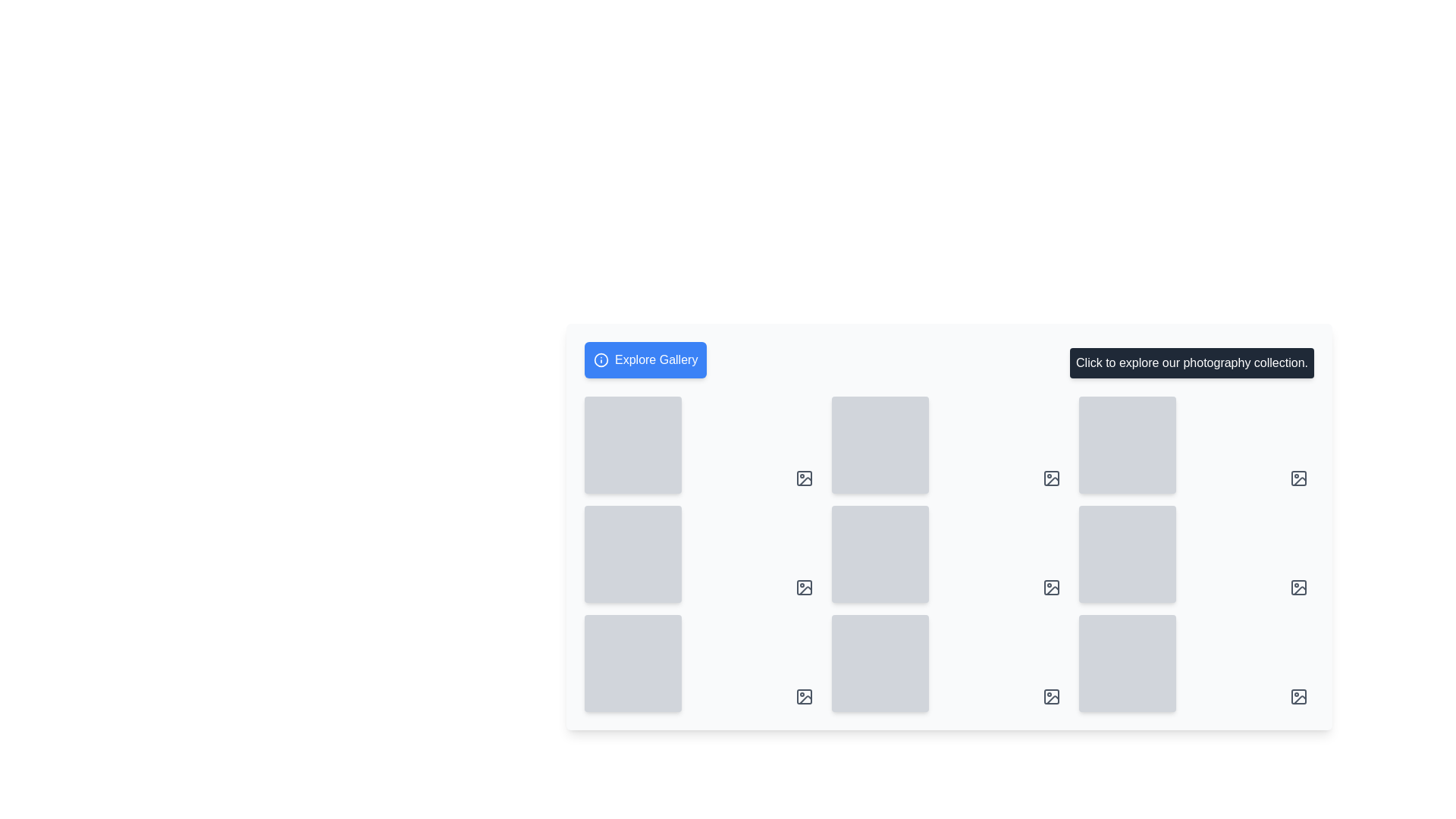 The width and height of the screenshot is (1456, 819). What do you see at coordinates (1051, 696) in the screenshot?
I see `the small gray rounded rectangle icon located in the bottom right corner of the gallery grid interface` at bounding box center [1051, 696].